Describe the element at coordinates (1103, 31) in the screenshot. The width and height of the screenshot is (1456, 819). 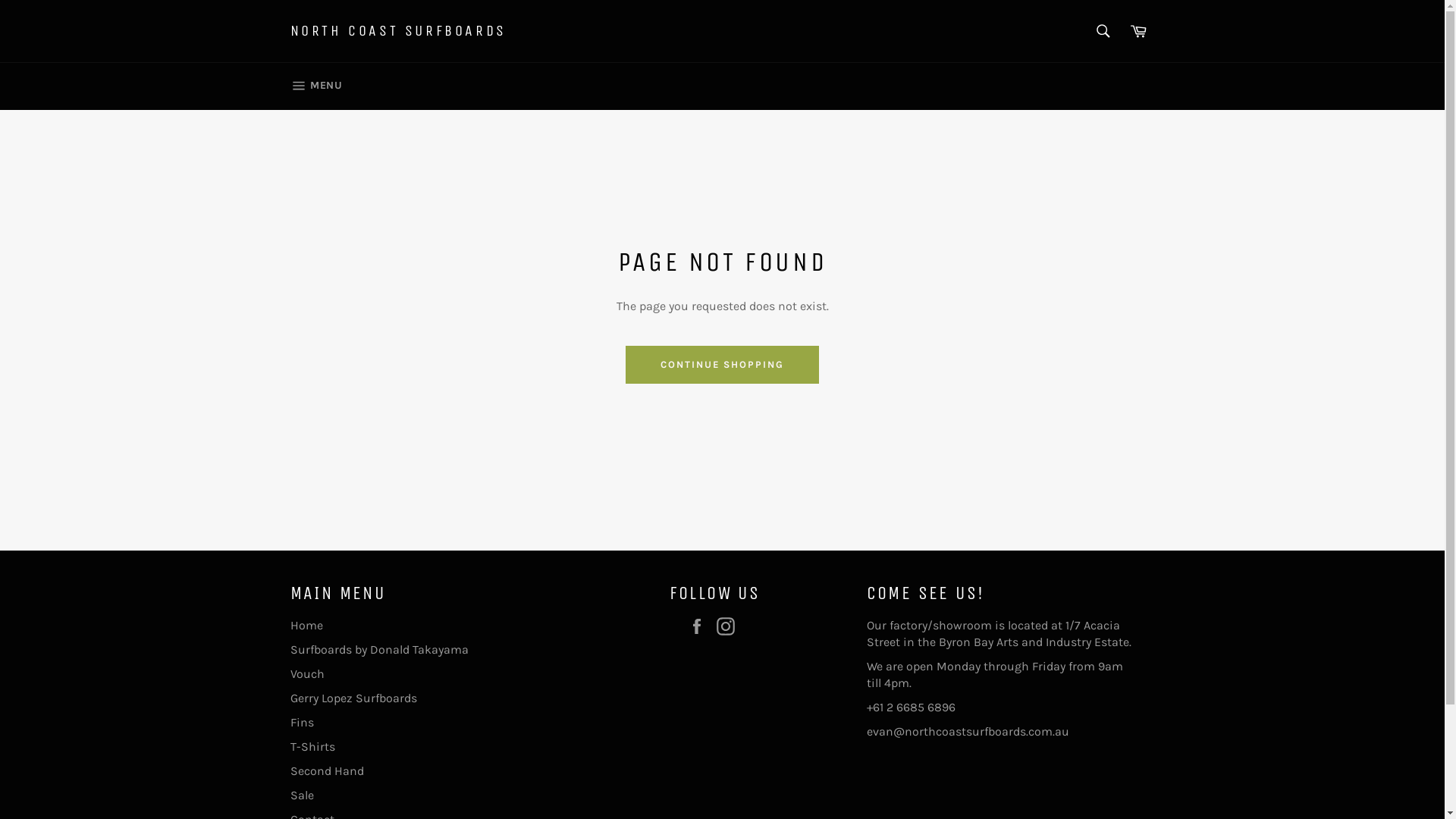
I see `'Search'` at that location.